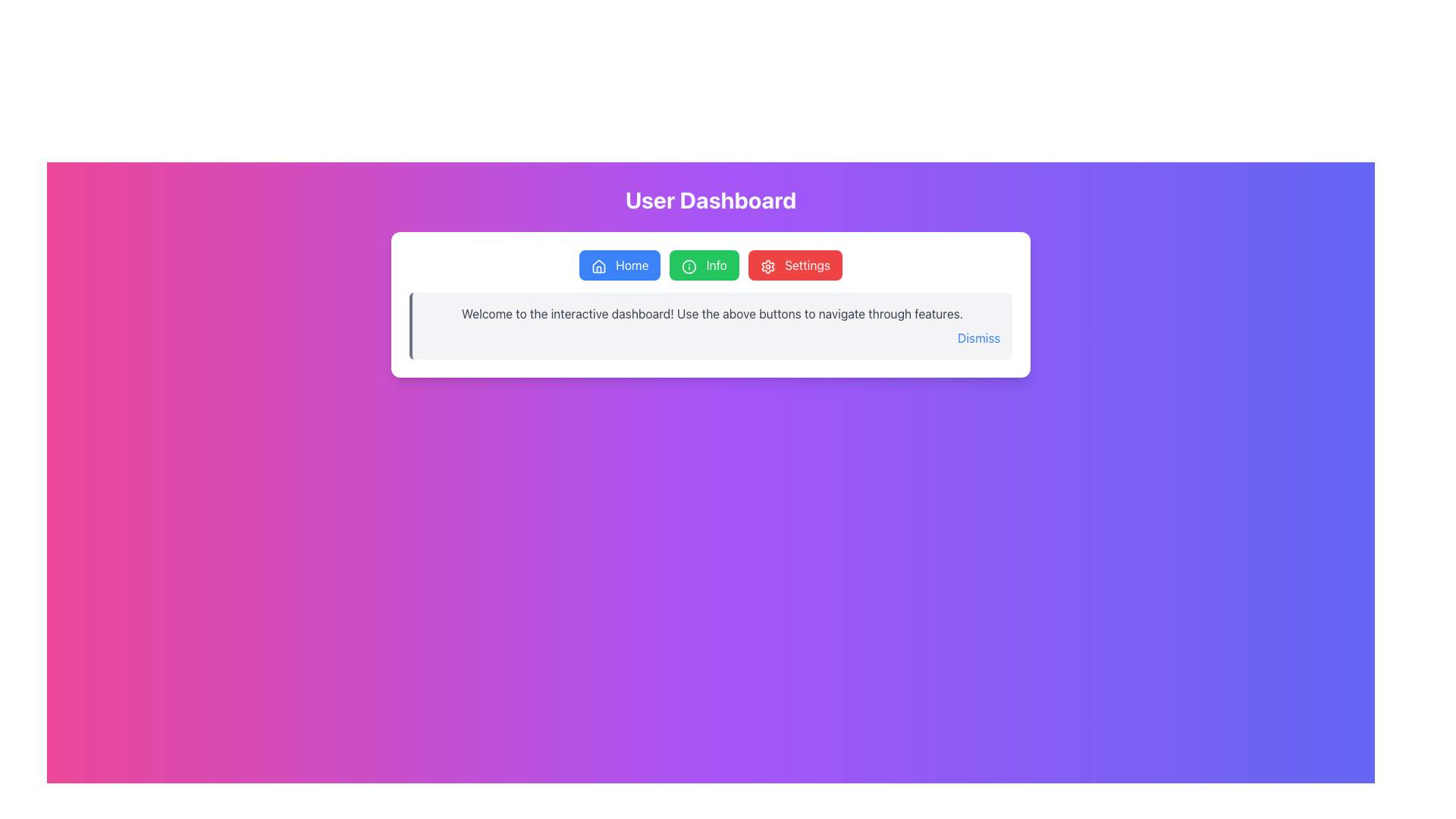 Image resolution: width=1456 pixels, height=819 pixels. What do you see at coordinates (689, 265) in the screenshot?
I see `the 'Info' button` at bounding box center [689, 265].